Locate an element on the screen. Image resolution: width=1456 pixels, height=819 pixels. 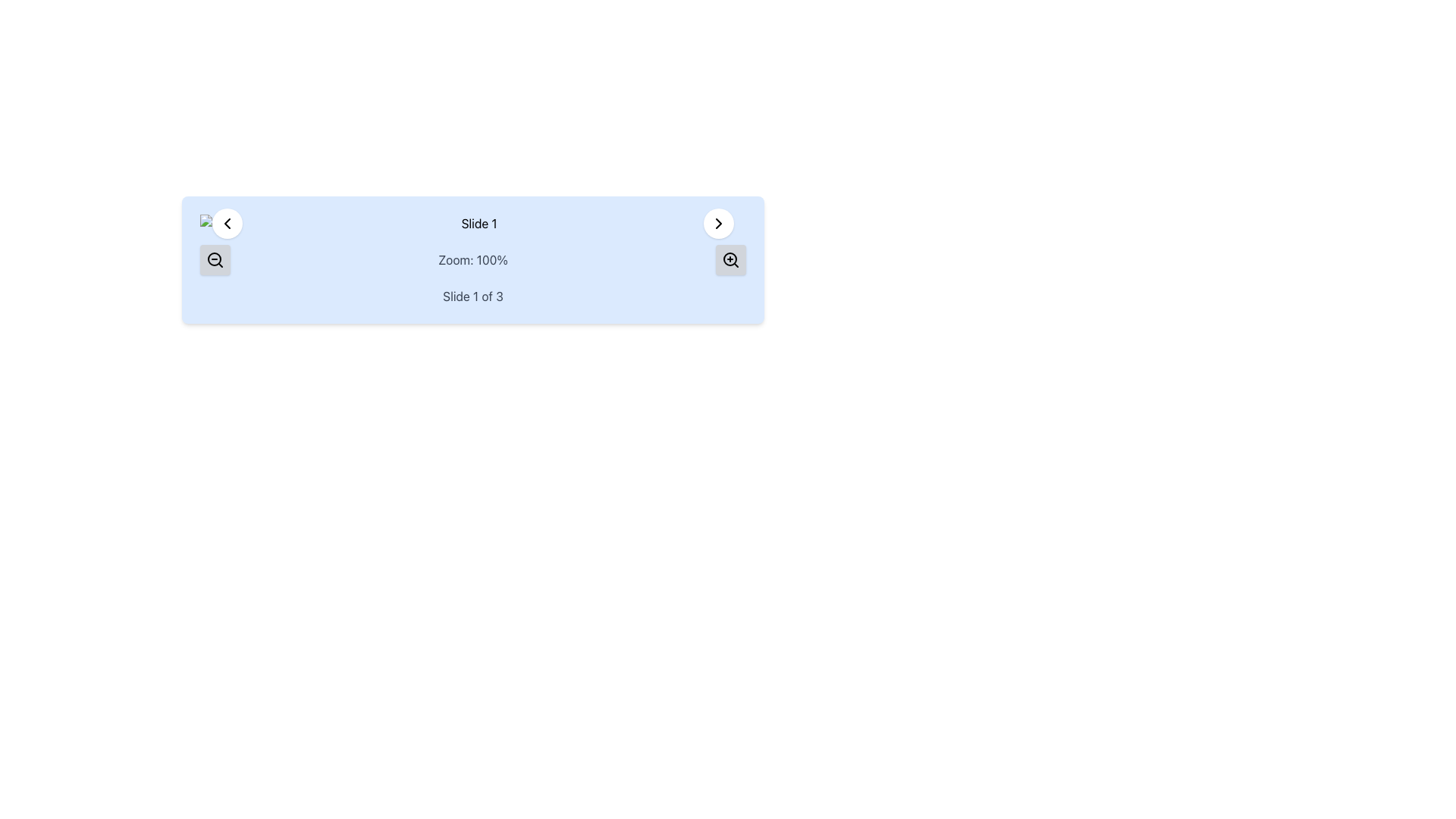
the zoom-out button located to the left of the text 'Zoom: 100%' in the toolbar is located at coordinates (214, 259).